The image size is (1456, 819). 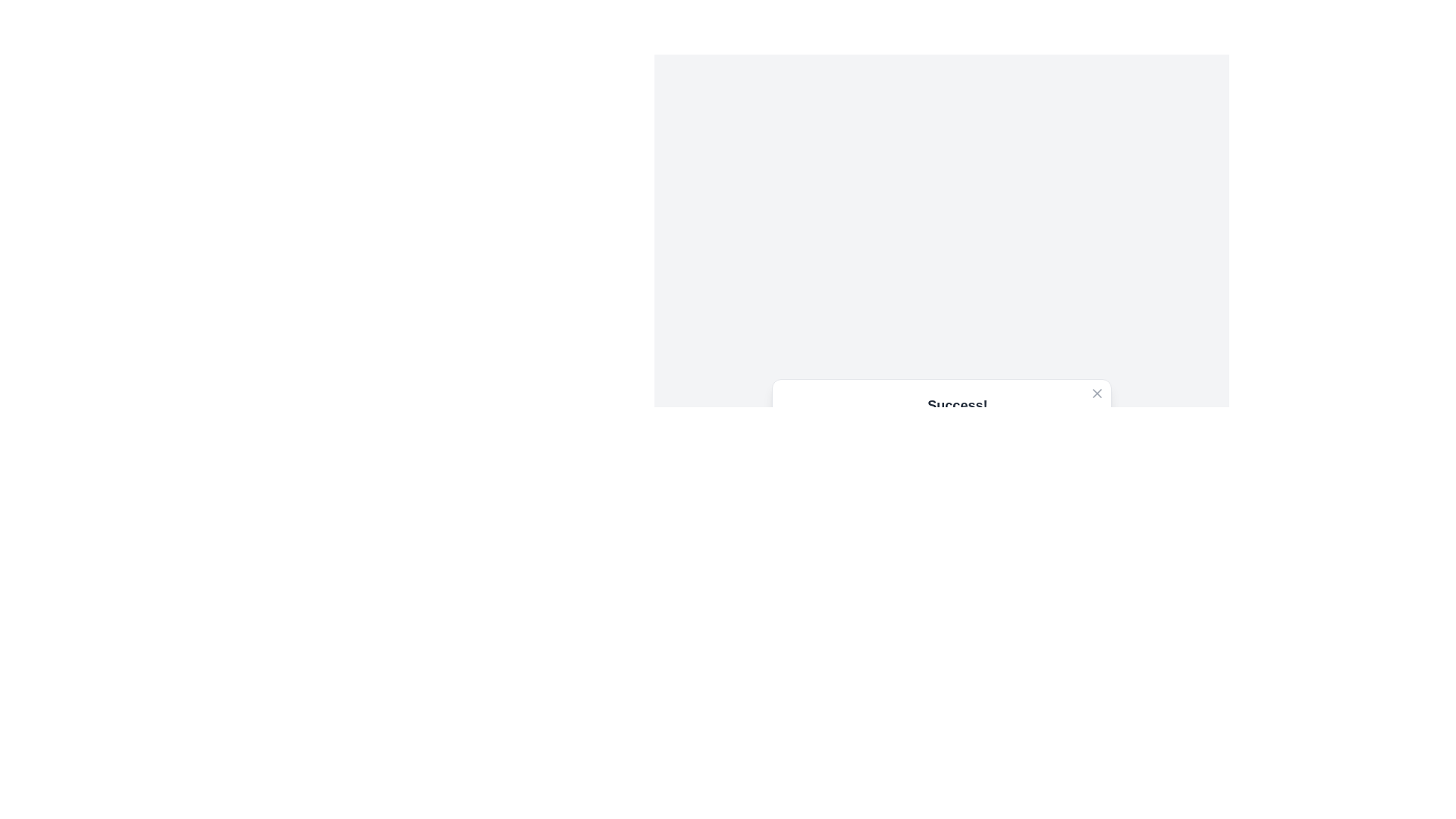 I want to click on the 'Dismiss' button to close the alert, so click(x=1063, y=516).